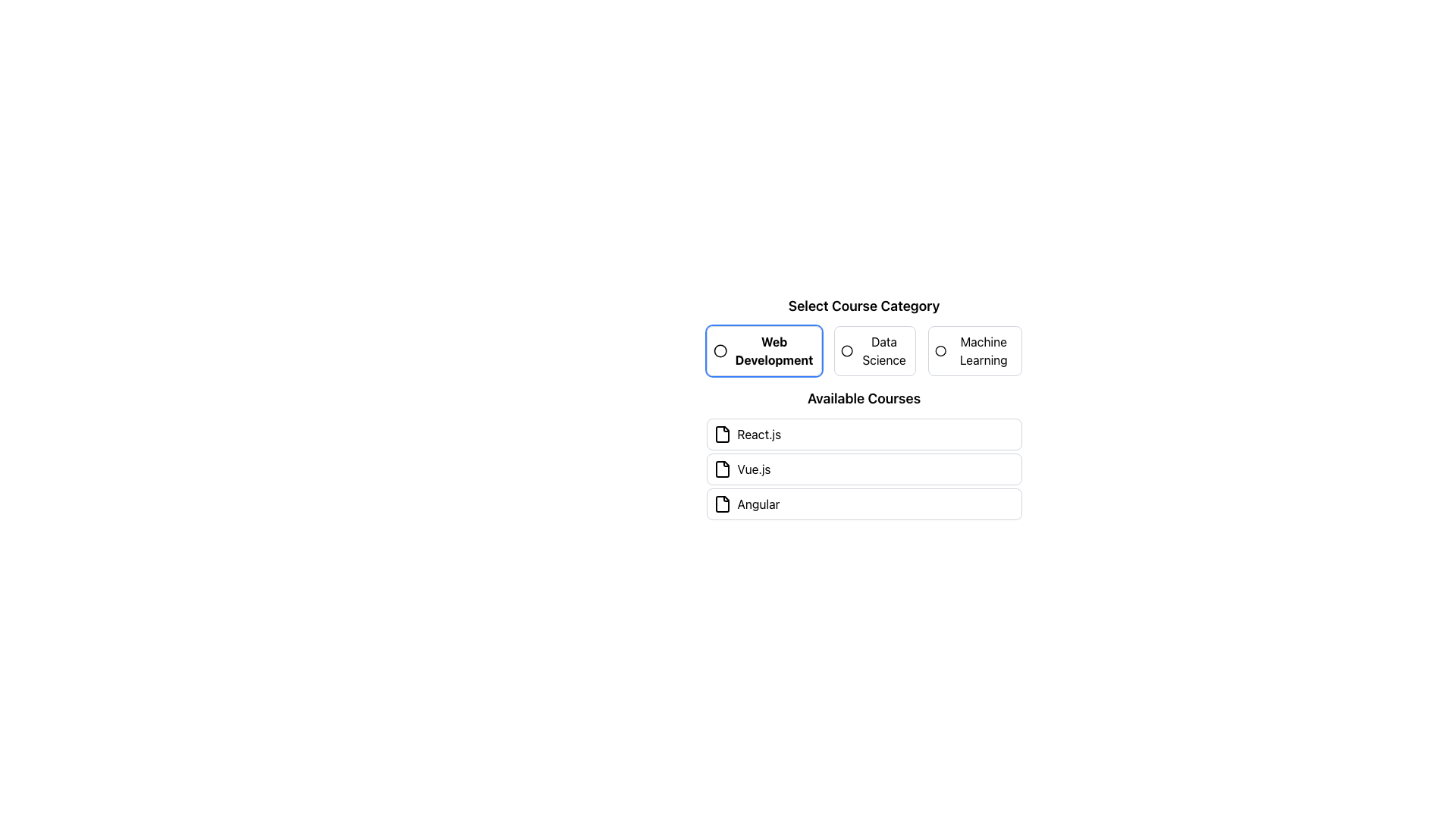 The height and width of the screenshot is (819, 1456). Describe the element at coordinates (864, 397) in the screenshot. I see `the text label reading 'Available Courses' which is prominently displayed above the list of course options` at that location.